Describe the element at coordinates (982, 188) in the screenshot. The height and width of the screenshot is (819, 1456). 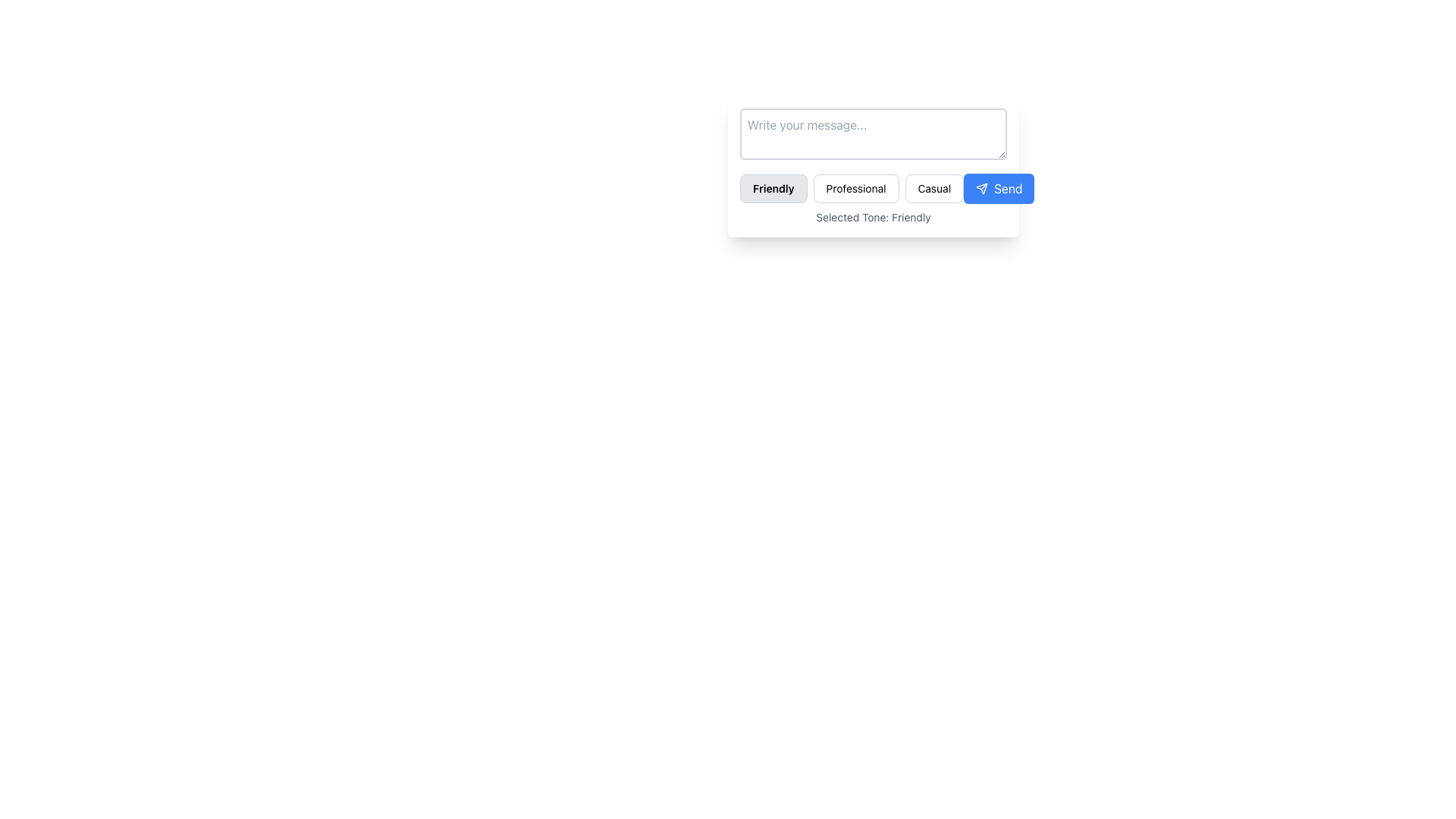
I see `the 'Send' button that contains the graphical representation of the send action icon, located at the far right of the button row below the text input field` at that location.